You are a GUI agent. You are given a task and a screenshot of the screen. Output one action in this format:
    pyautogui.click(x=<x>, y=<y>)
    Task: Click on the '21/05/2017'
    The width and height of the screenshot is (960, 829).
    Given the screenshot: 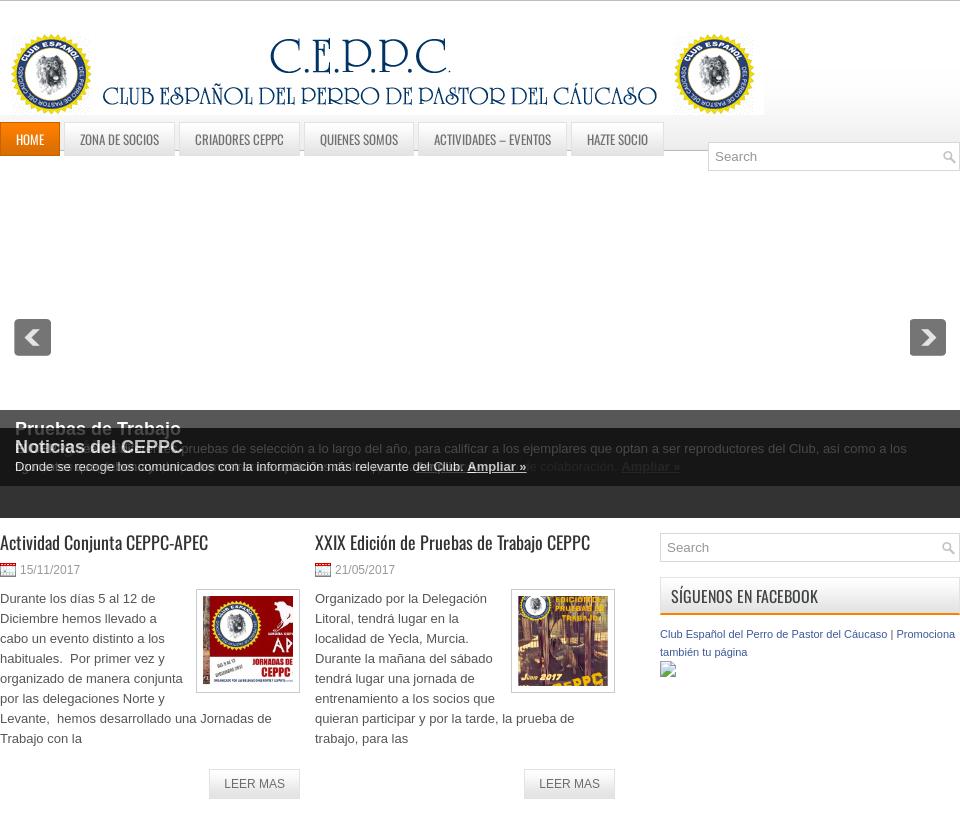 What is the action you would take?
    pyautogui.click(x=363, y=569)
    